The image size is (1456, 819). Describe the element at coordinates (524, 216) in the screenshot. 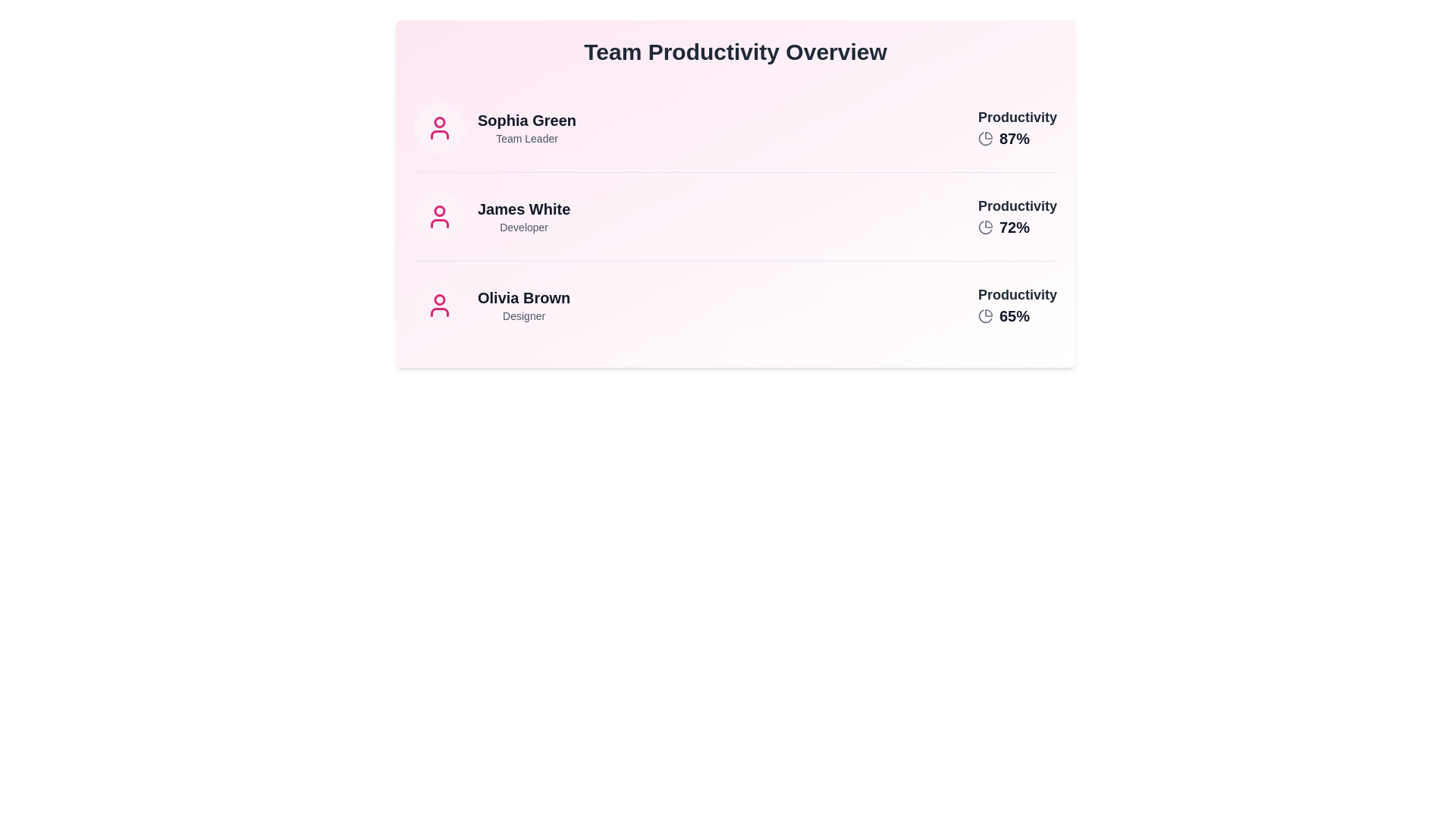

I see `the Text Display element that shows 'James White' and 'Developer', located in the second row of team members` at that location.